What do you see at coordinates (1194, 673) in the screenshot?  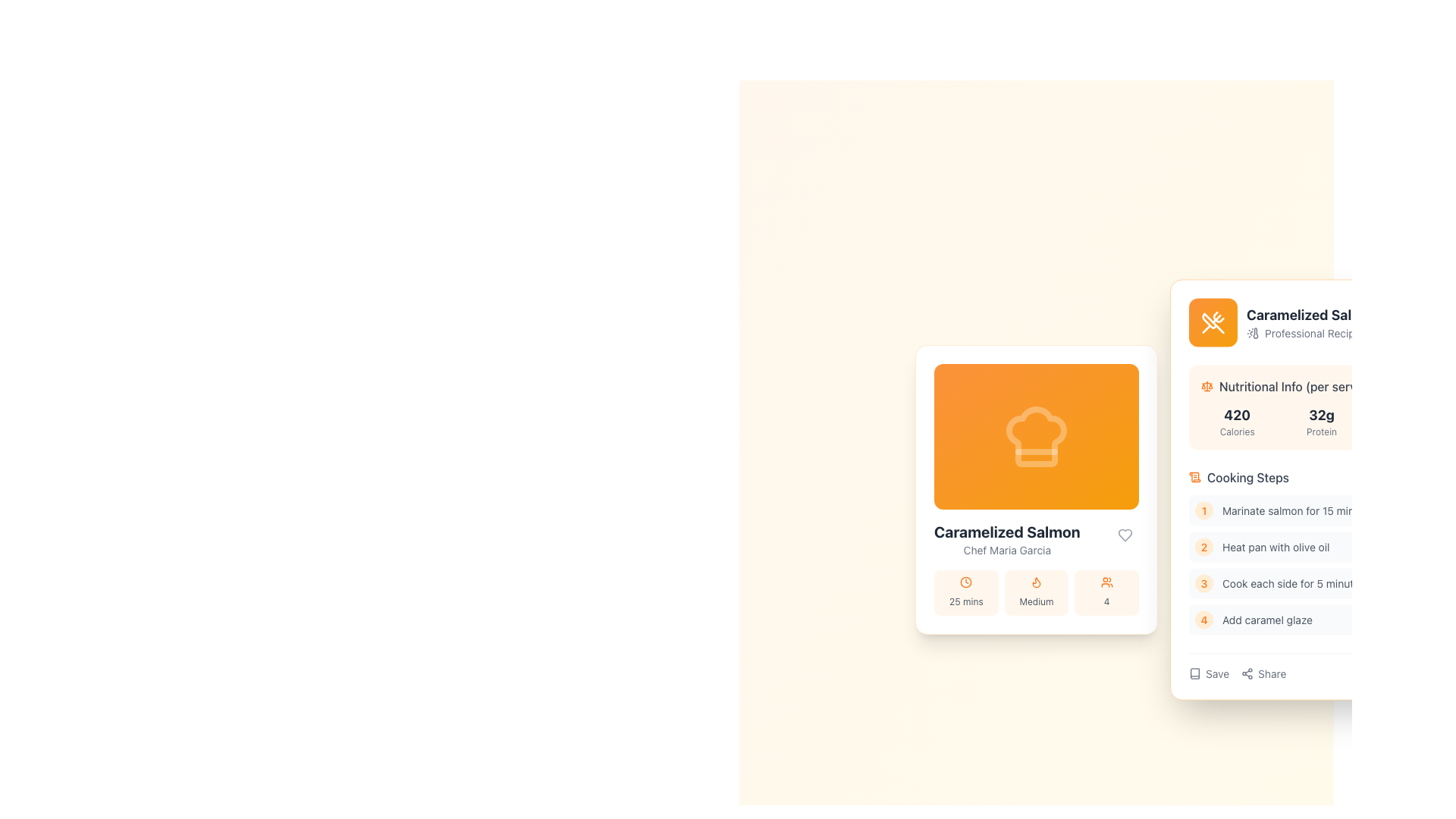 I see `the SVG icon resembling a book located in the lower-right corner of the recipe details panel` at bounding box center [1194, 673].